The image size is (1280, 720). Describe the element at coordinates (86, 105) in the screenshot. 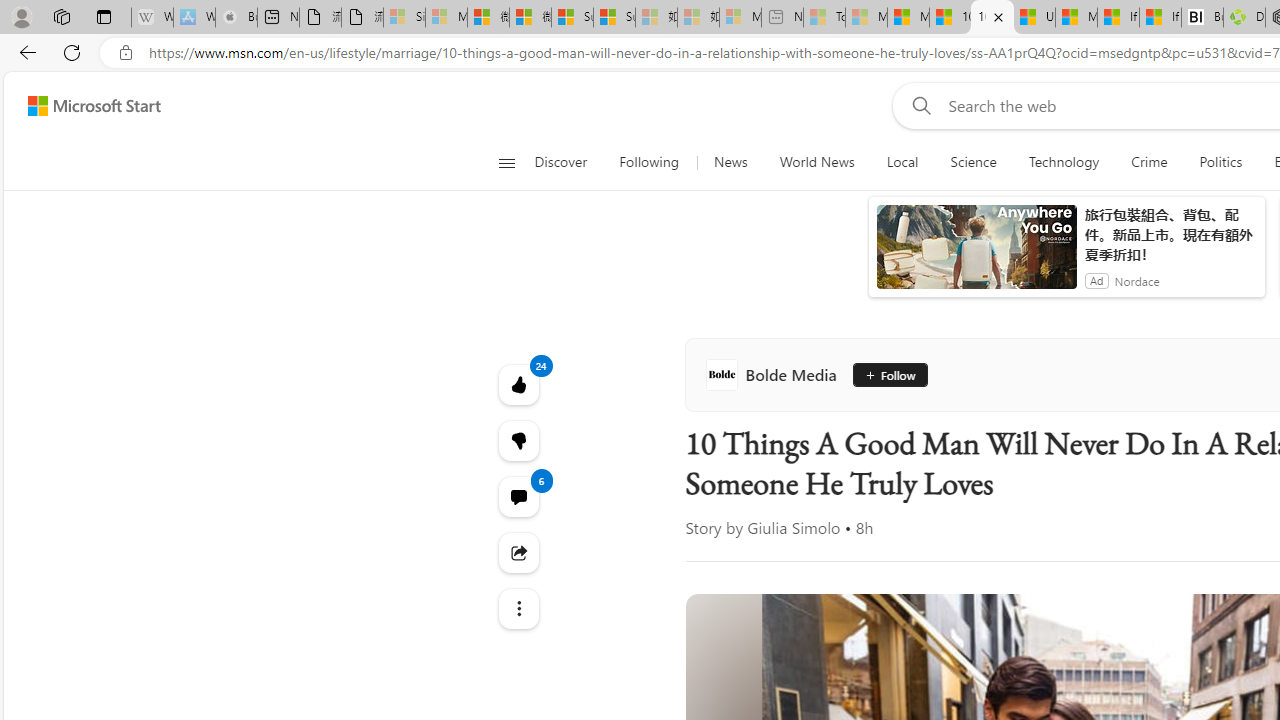

I see `'Skip to content'` at that location.